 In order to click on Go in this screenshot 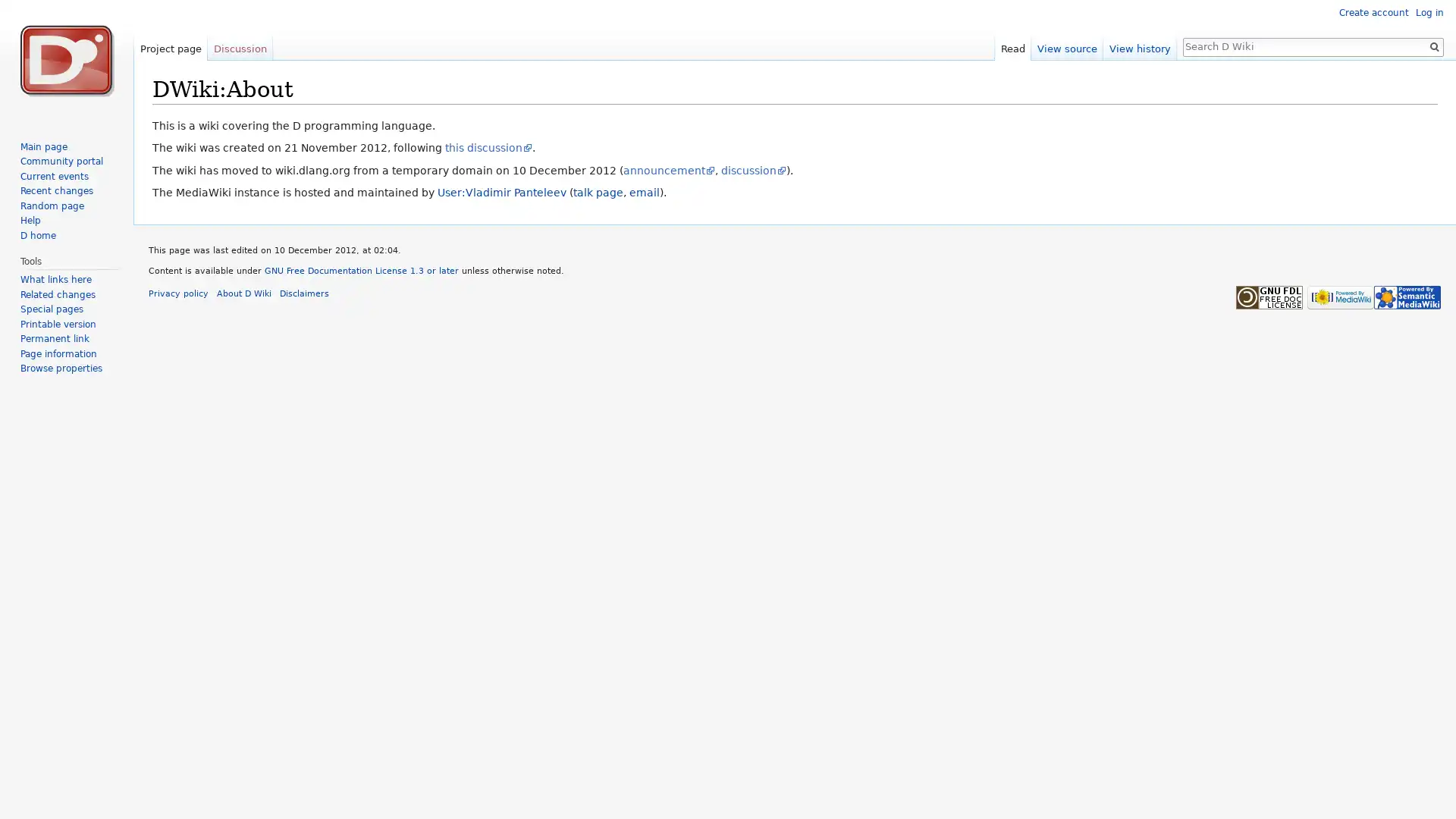, I will do `click(1433, 45)`.